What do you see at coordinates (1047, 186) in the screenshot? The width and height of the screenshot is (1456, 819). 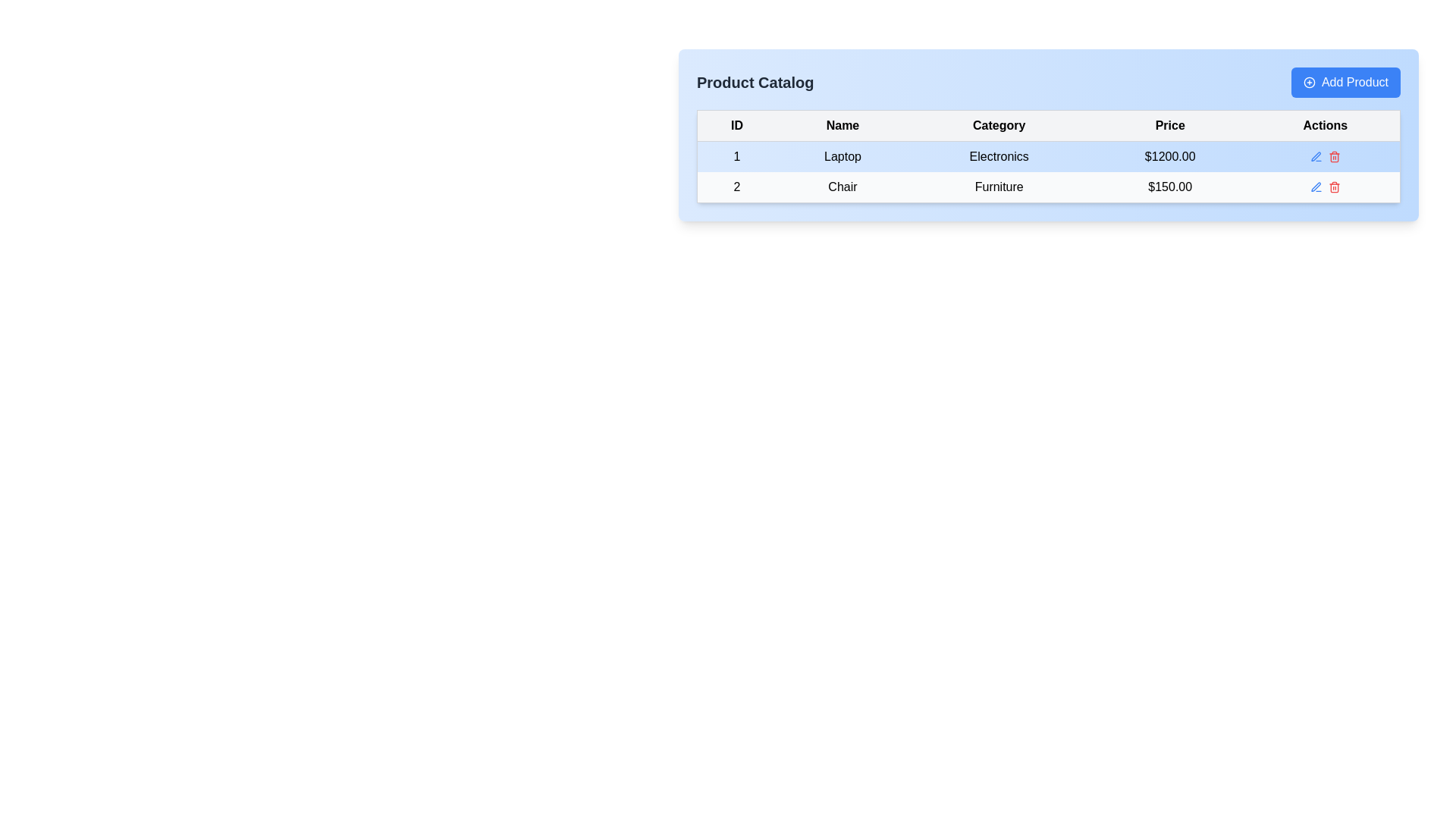 I see `the second row of the product listing table which contains the product 'Chair' with ID '2', category 'Furniture', and price '$150.00'` at bounding box center [1047, 186].